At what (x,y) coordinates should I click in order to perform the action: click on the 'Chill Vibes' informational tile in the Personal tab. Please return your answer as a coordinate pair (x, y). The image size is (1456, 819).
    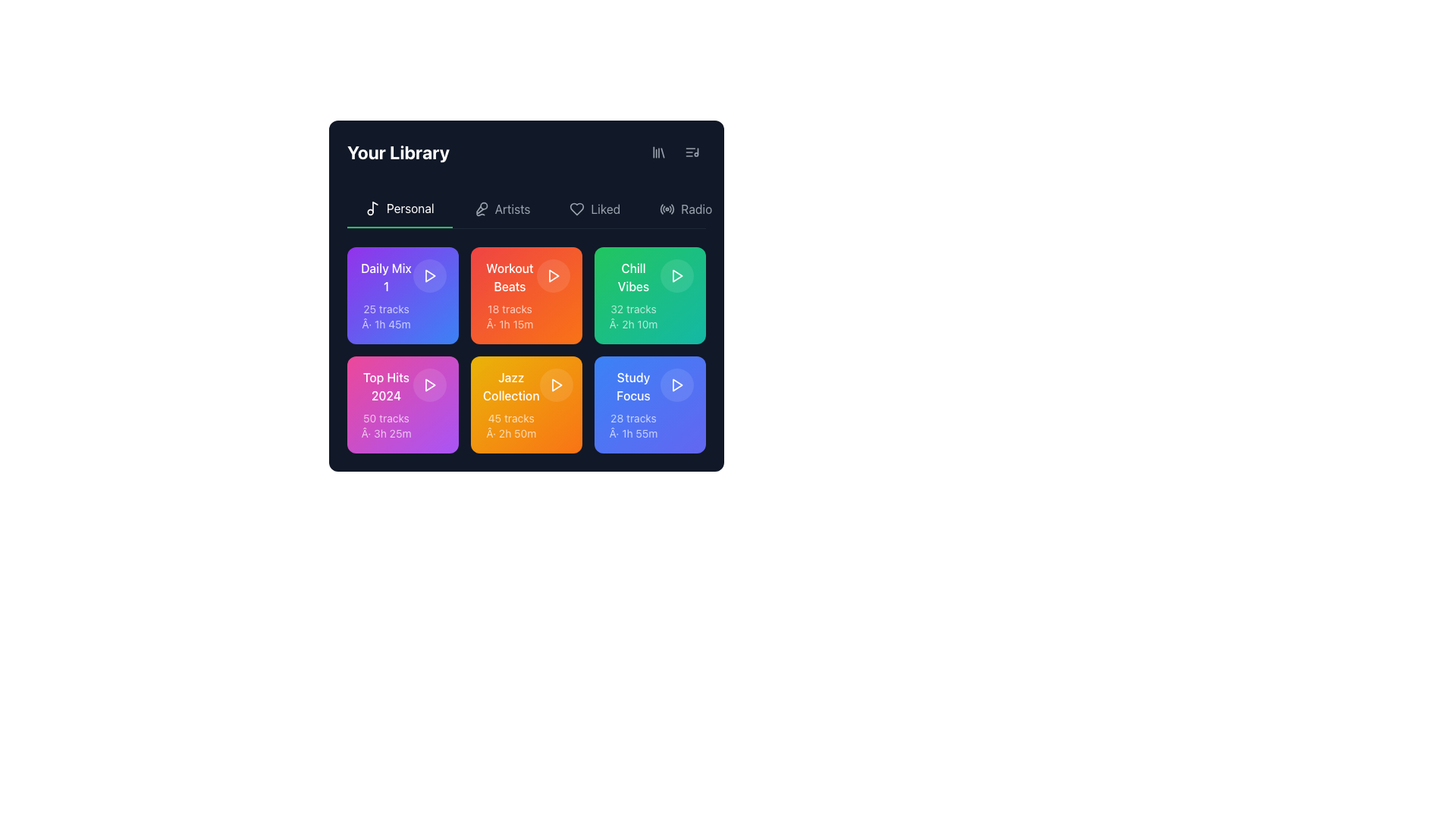
    Looking at the image, I should click on (633, 295).